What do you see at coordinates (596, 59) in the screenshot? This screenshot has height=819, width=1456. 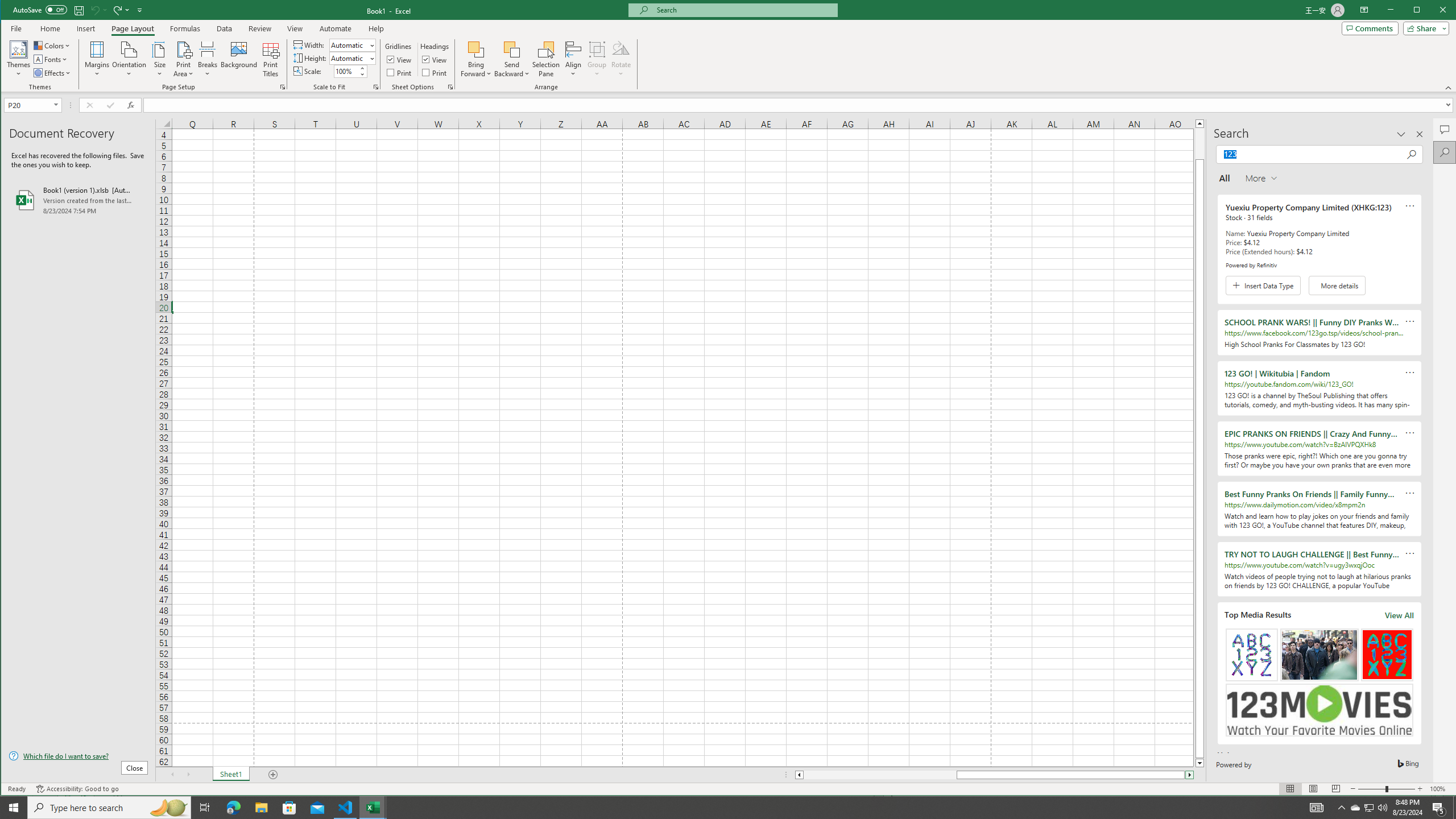 I see `'Group'` at bounding box center [596, 59].